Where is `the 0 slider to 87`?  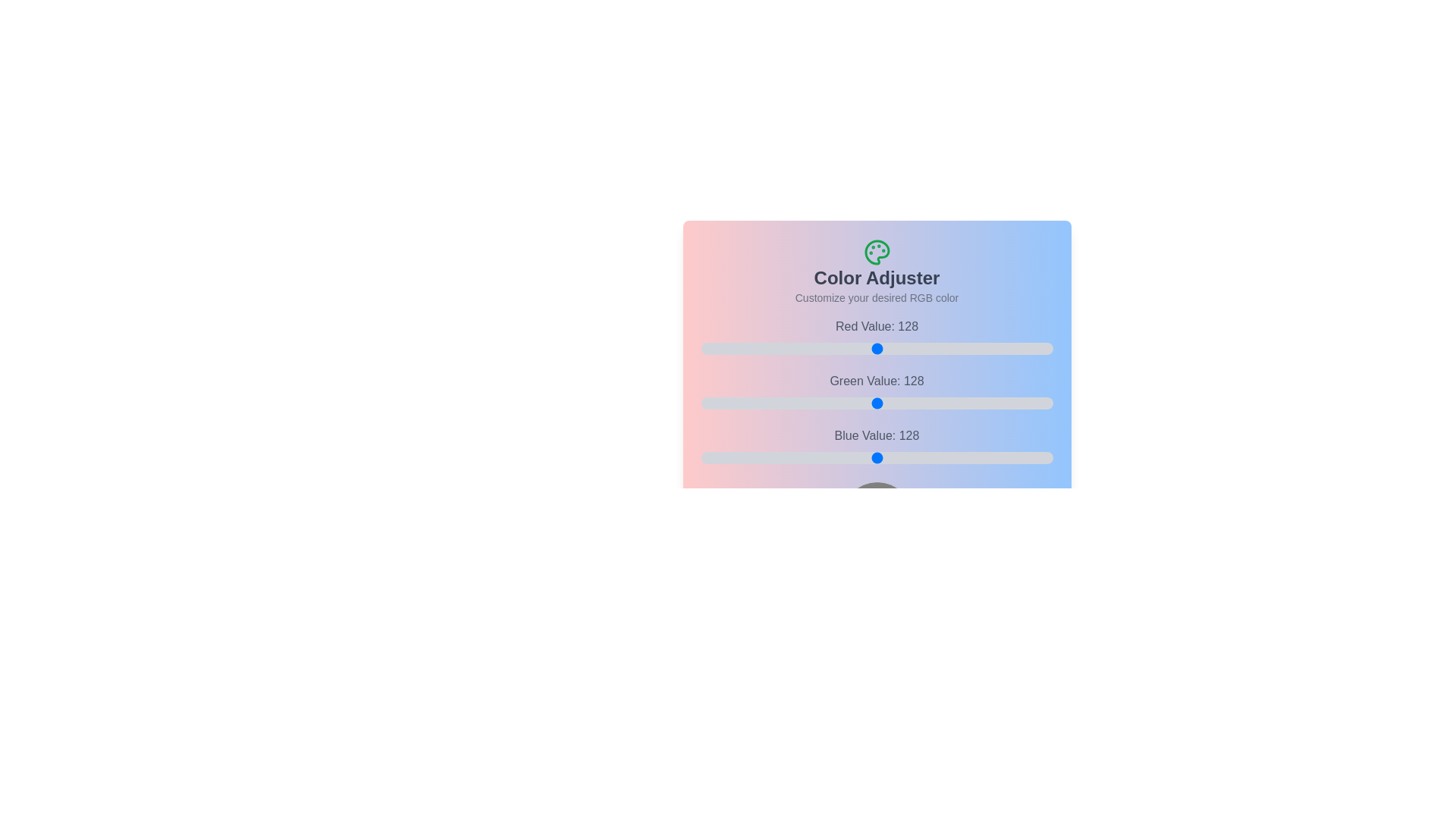
the 0 slider to 87 is located at coordinates (936, 348).